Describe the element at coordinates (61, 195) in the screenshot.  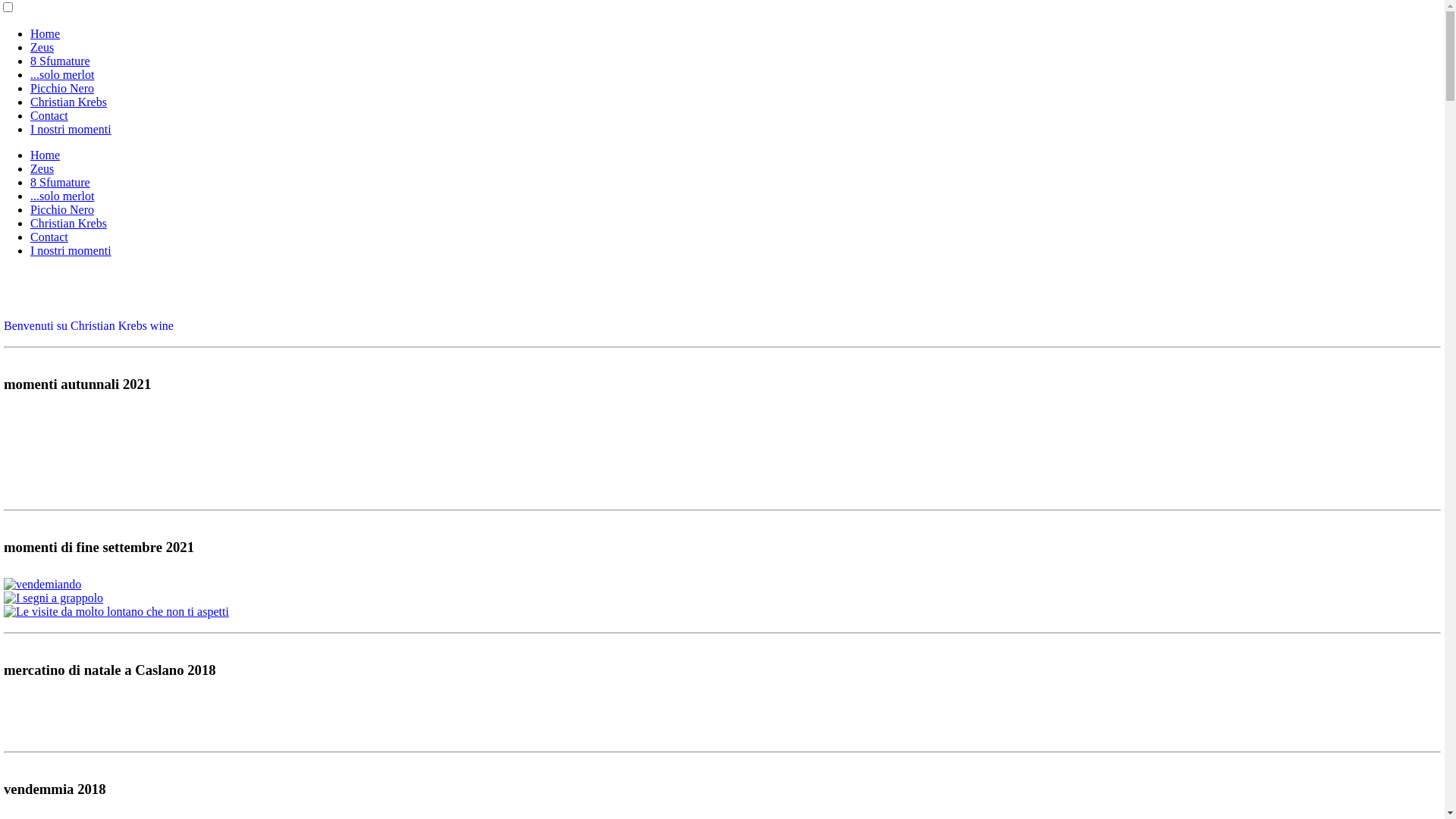
I see `'...solo merlot'` at that location.